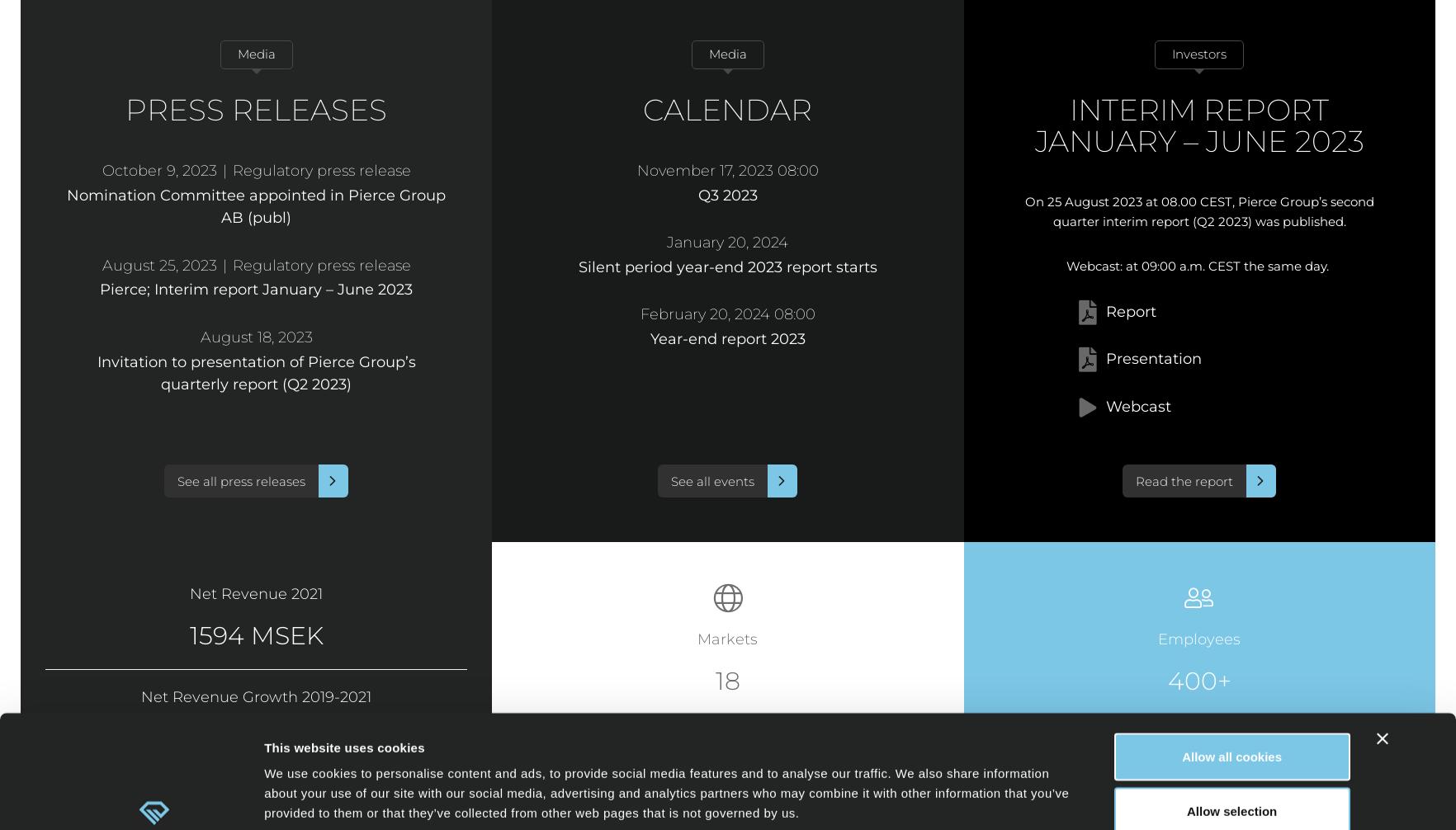 This screenshot has height=830, width=1456. Describe the element at coordinates (726, 171) in the screenshot. I see `'November 17, 2023 08:00'` at that location.